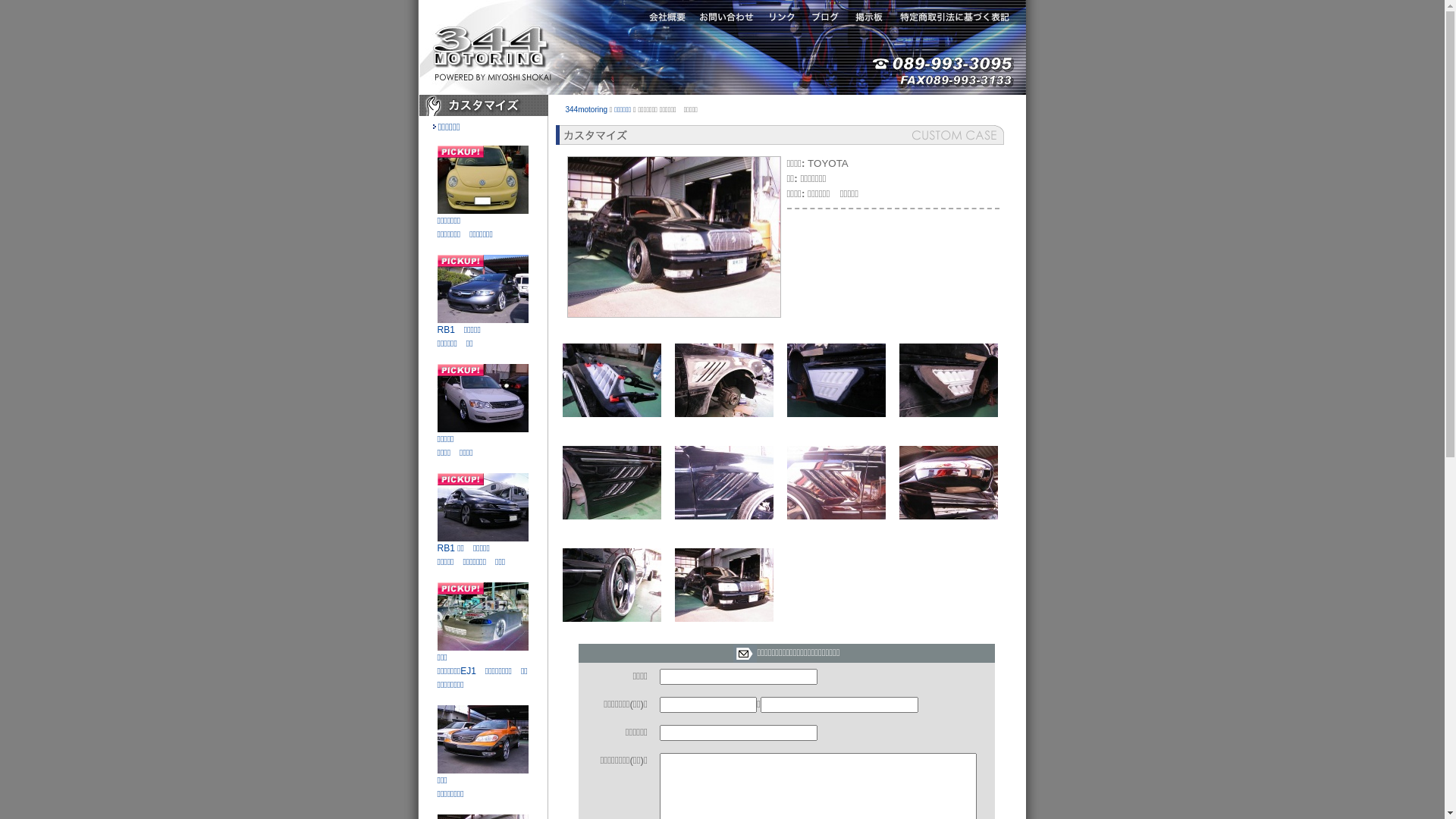  I want to click on '344motoring', so click(585, 108).